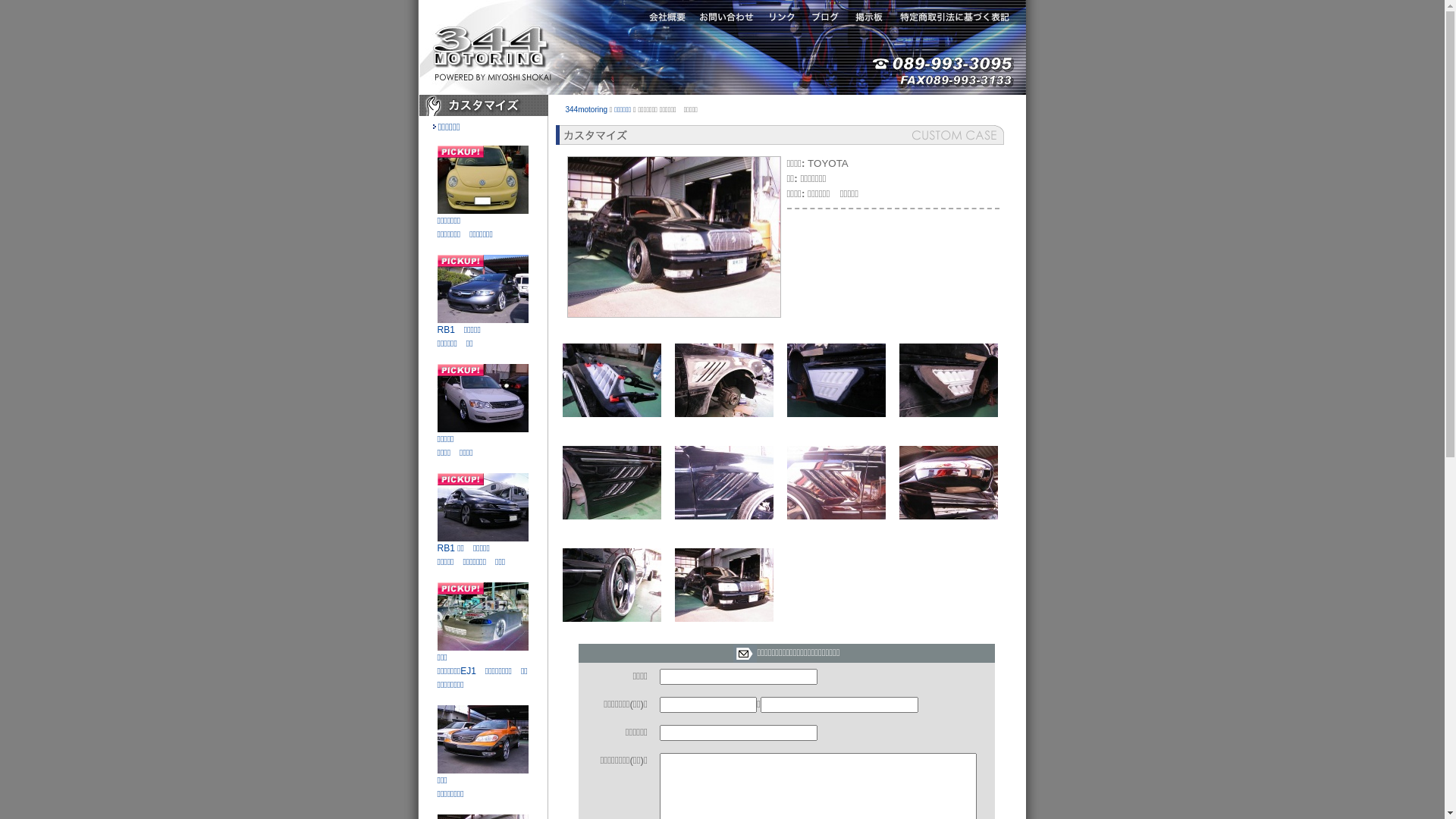  I want to click on '344motoring', so click(585, 108).